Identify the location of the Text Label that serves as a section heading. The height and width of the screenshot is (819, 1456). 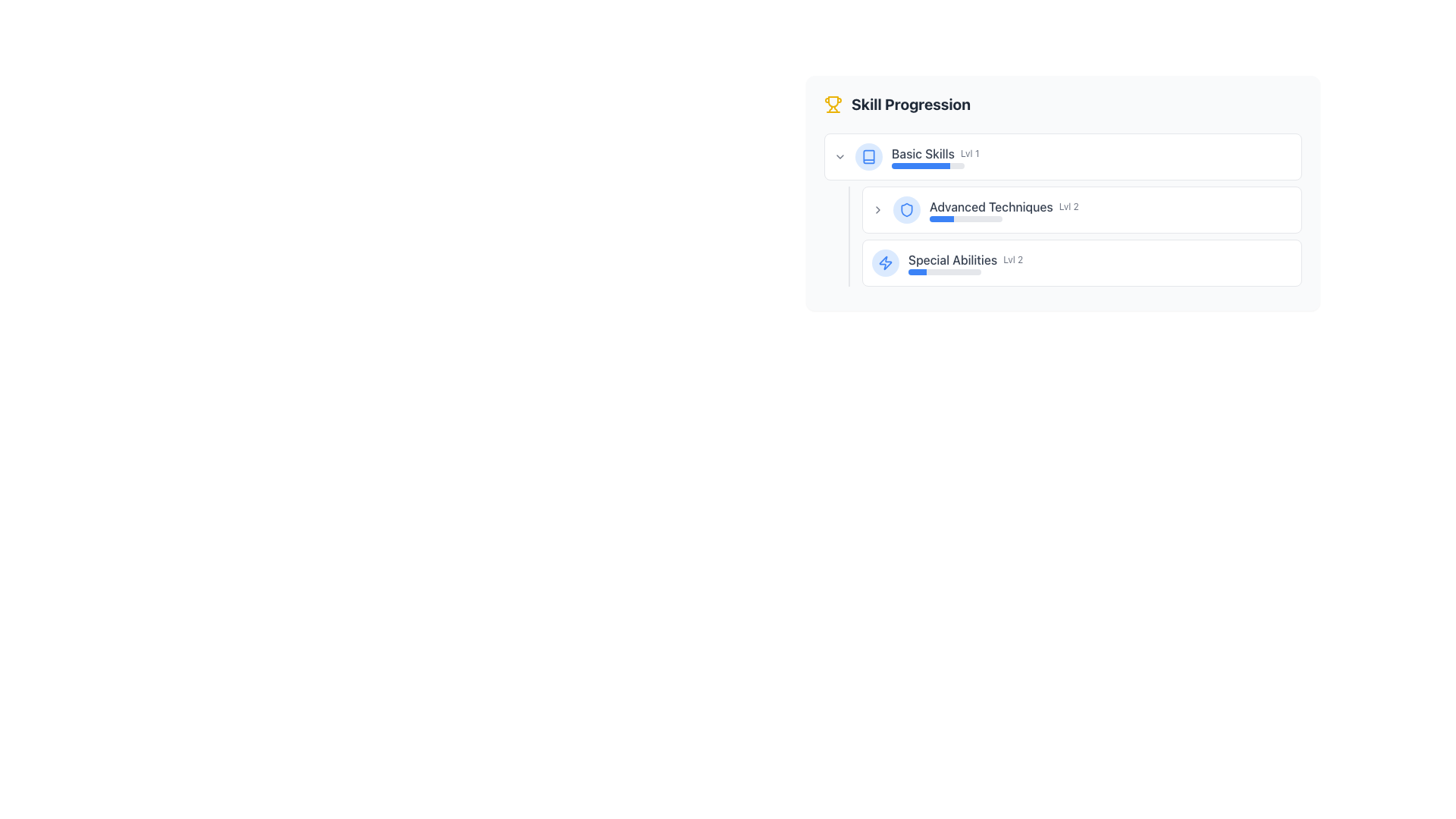
(910, 104).